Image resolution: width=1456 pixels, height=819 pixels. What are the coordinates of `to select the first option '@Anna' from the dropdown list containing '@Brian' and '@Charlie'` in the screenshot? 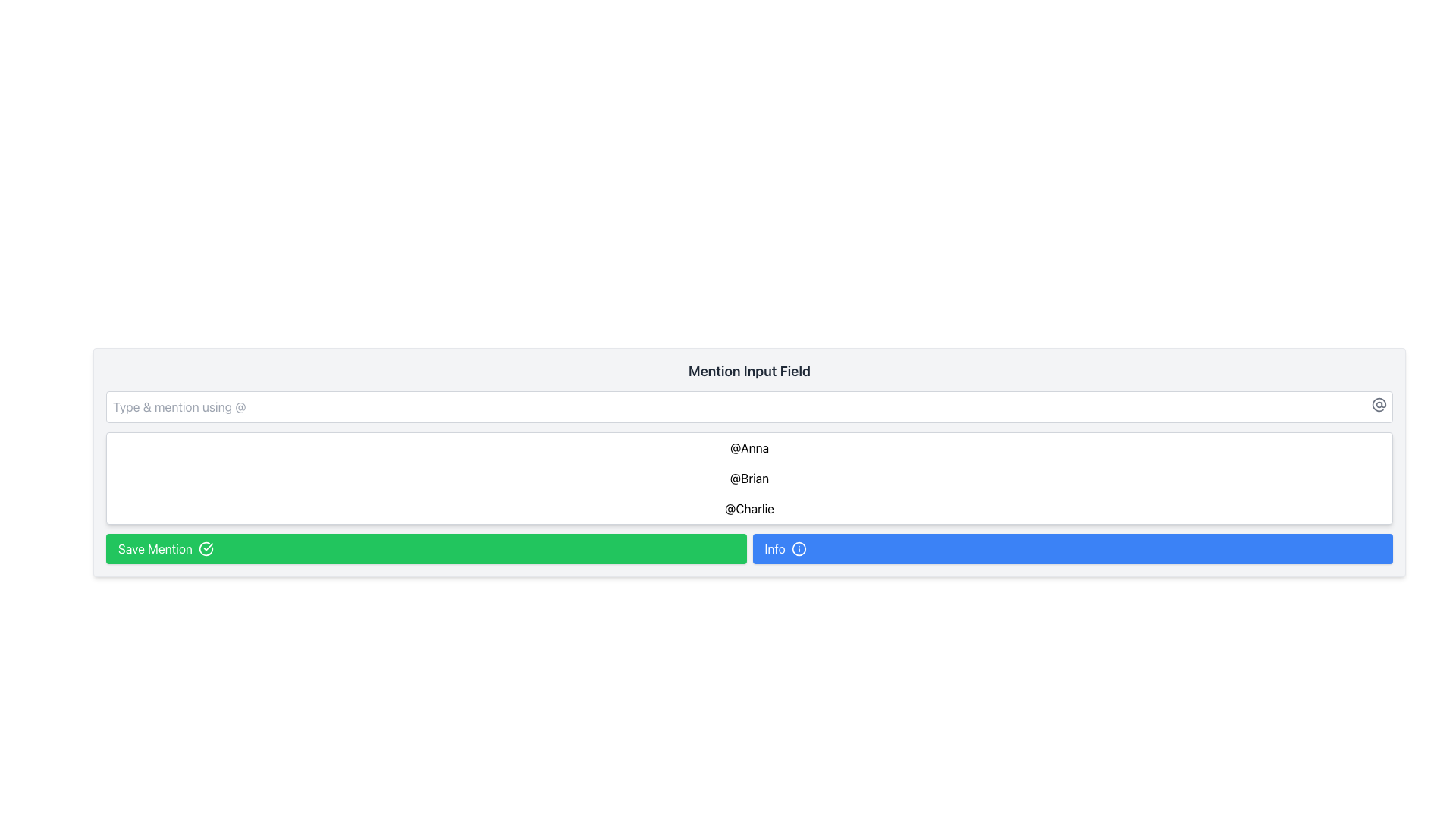 It's located at (749, 447).